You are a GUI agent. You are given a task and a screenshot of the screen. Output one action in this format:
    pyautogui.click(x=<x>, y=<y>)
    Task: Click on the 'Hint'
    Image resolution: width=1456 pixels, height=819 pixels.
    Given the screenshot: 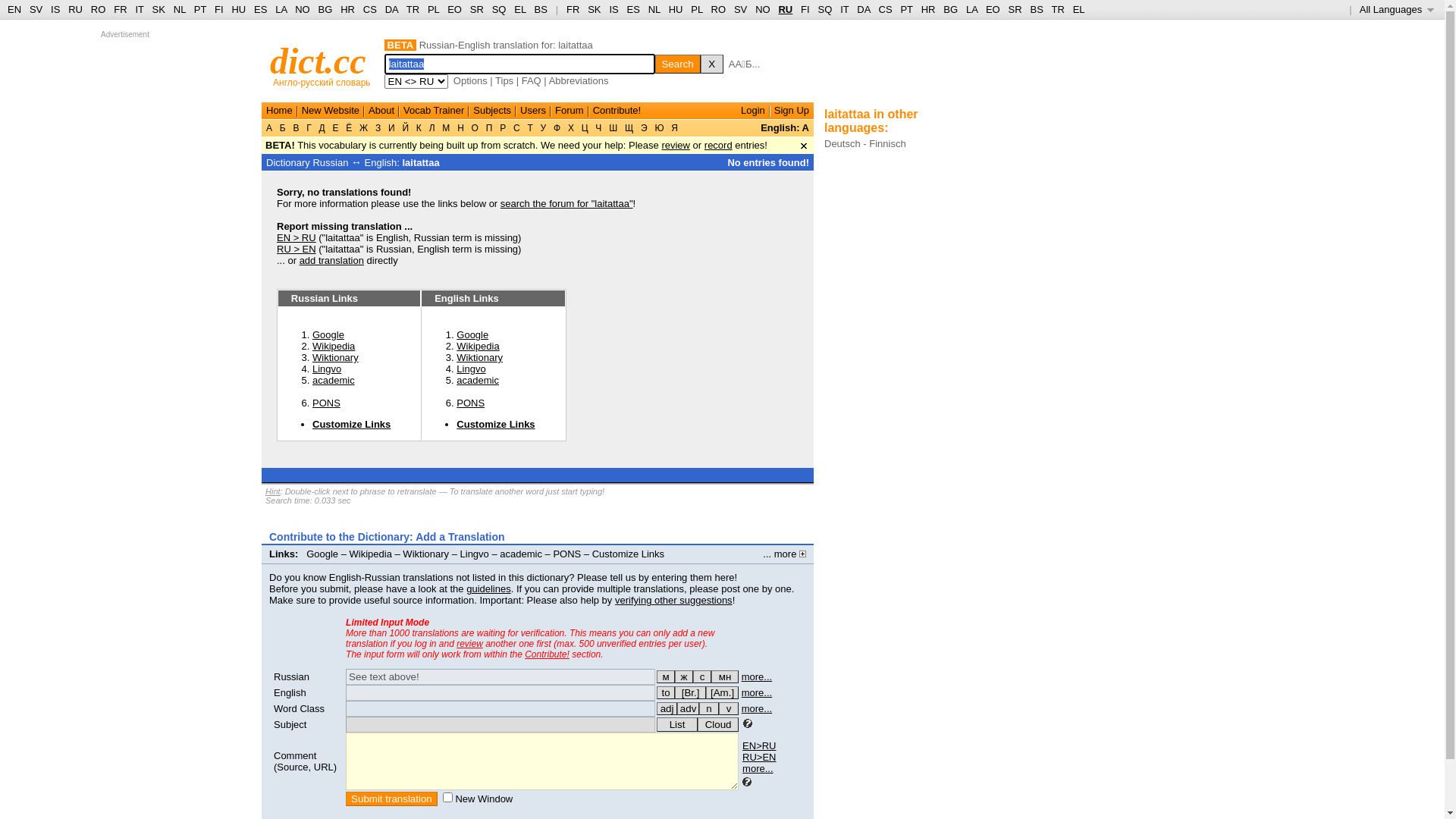 What is the action you would take?
    pyautogui.click(x=273, y=491)
    